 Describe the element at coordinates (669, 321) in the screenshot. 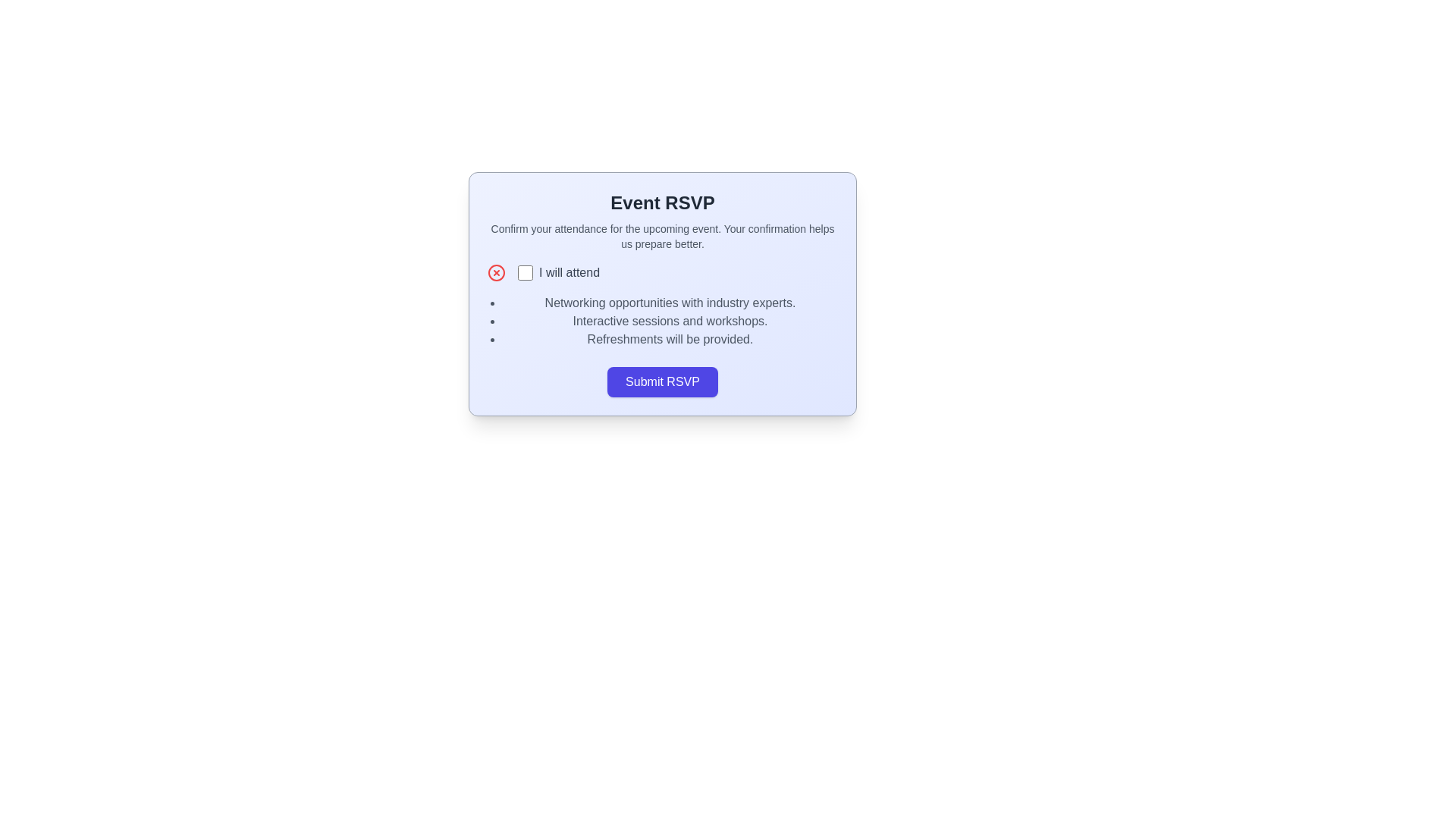

I see `the second item in the bulleted list of the 'Event RSVP' dialog box` at that location.